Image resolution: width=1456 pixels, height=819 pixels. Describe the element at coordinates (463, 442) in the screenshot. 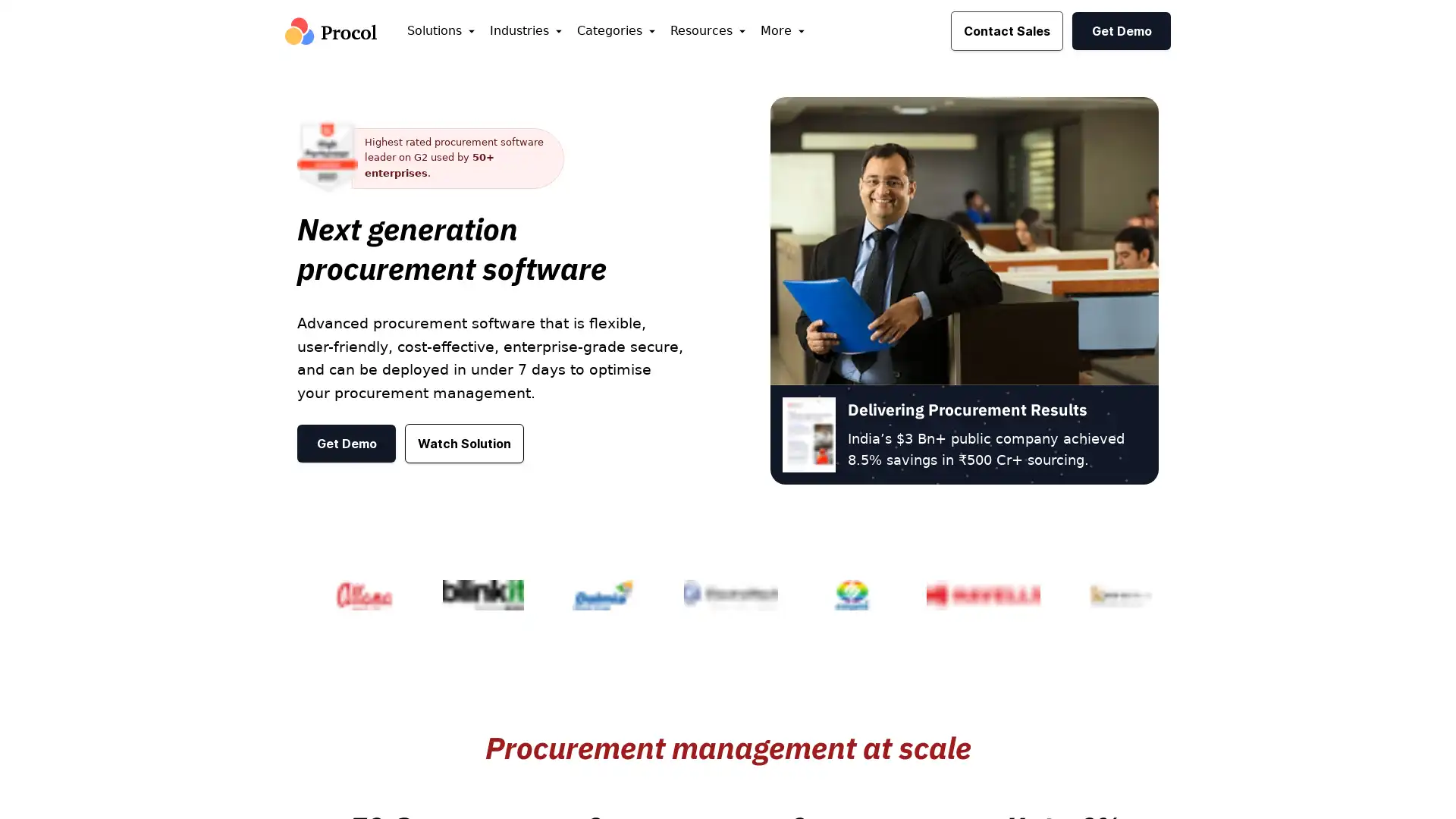

I see `Watch Solution` at that location.